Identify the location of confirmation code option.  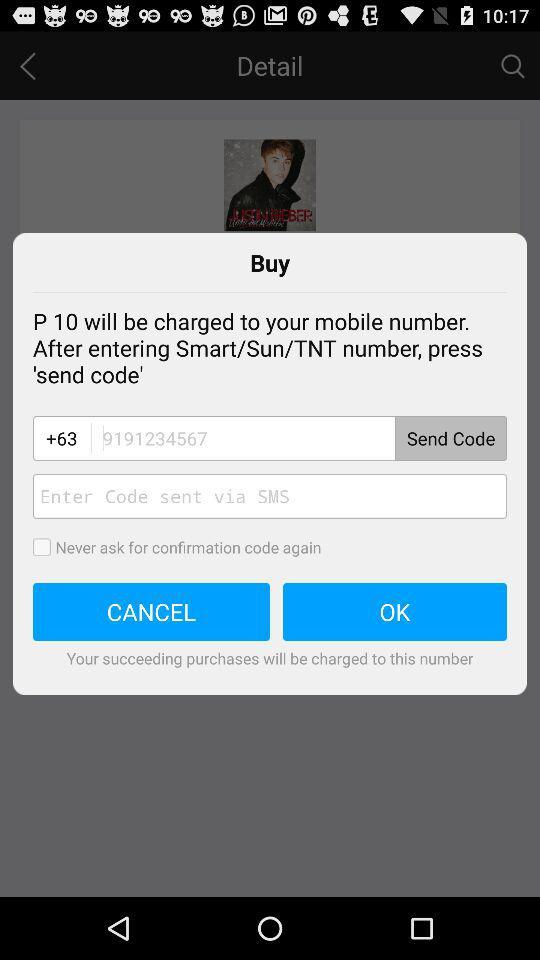
(48, 547).